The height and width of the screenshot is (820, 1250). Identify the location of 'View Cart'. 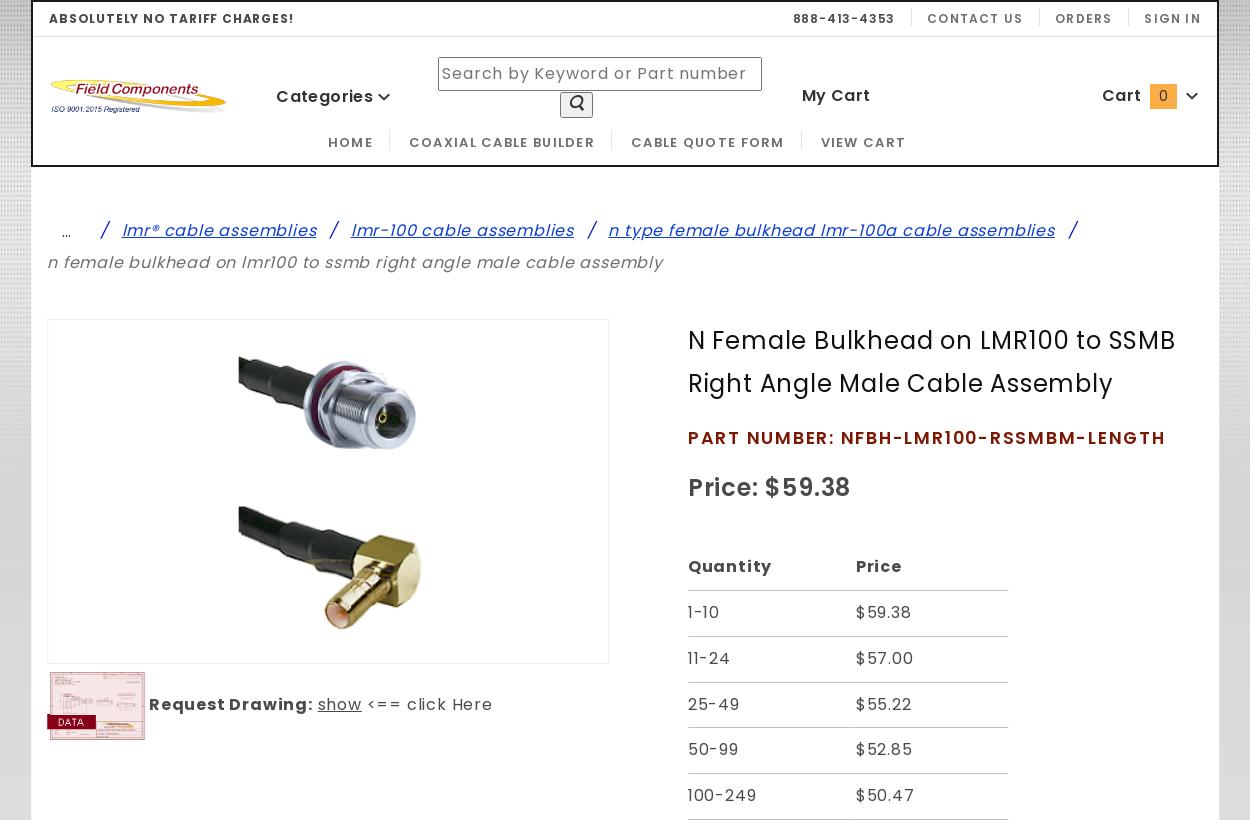
(862, 140).